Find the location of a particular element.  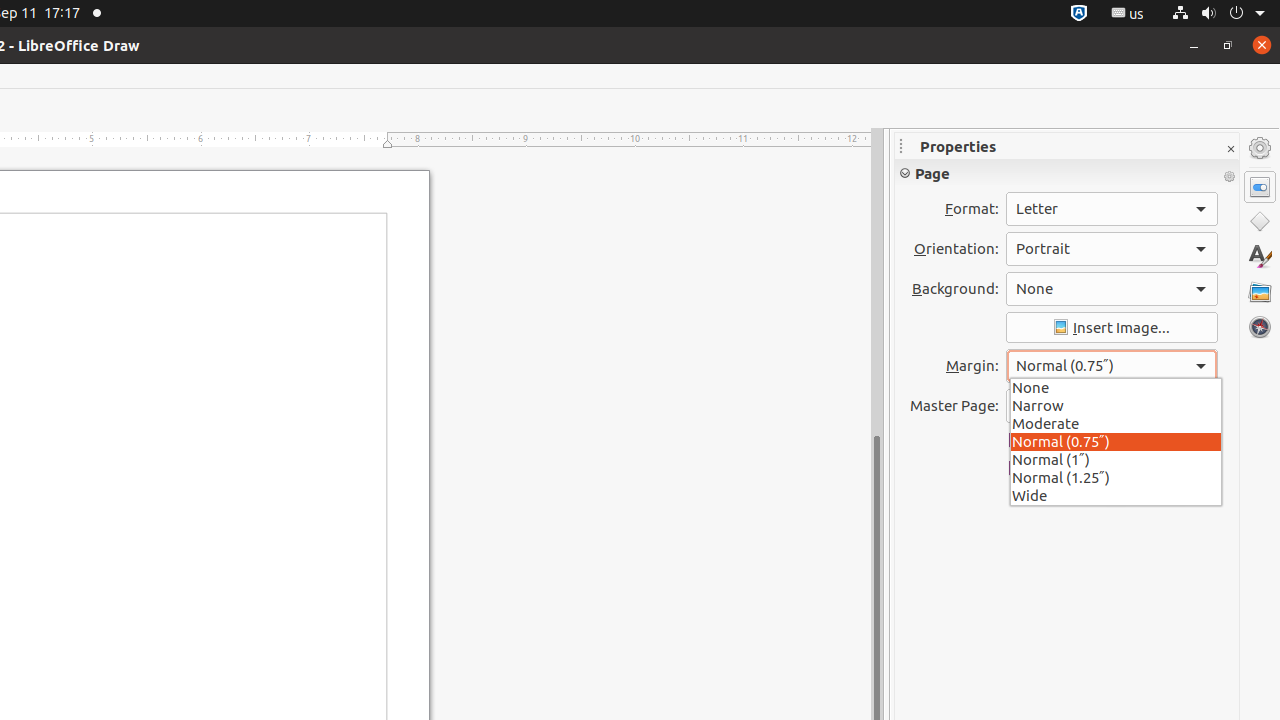

'Navigator' is located at coordinates (1259, 326).